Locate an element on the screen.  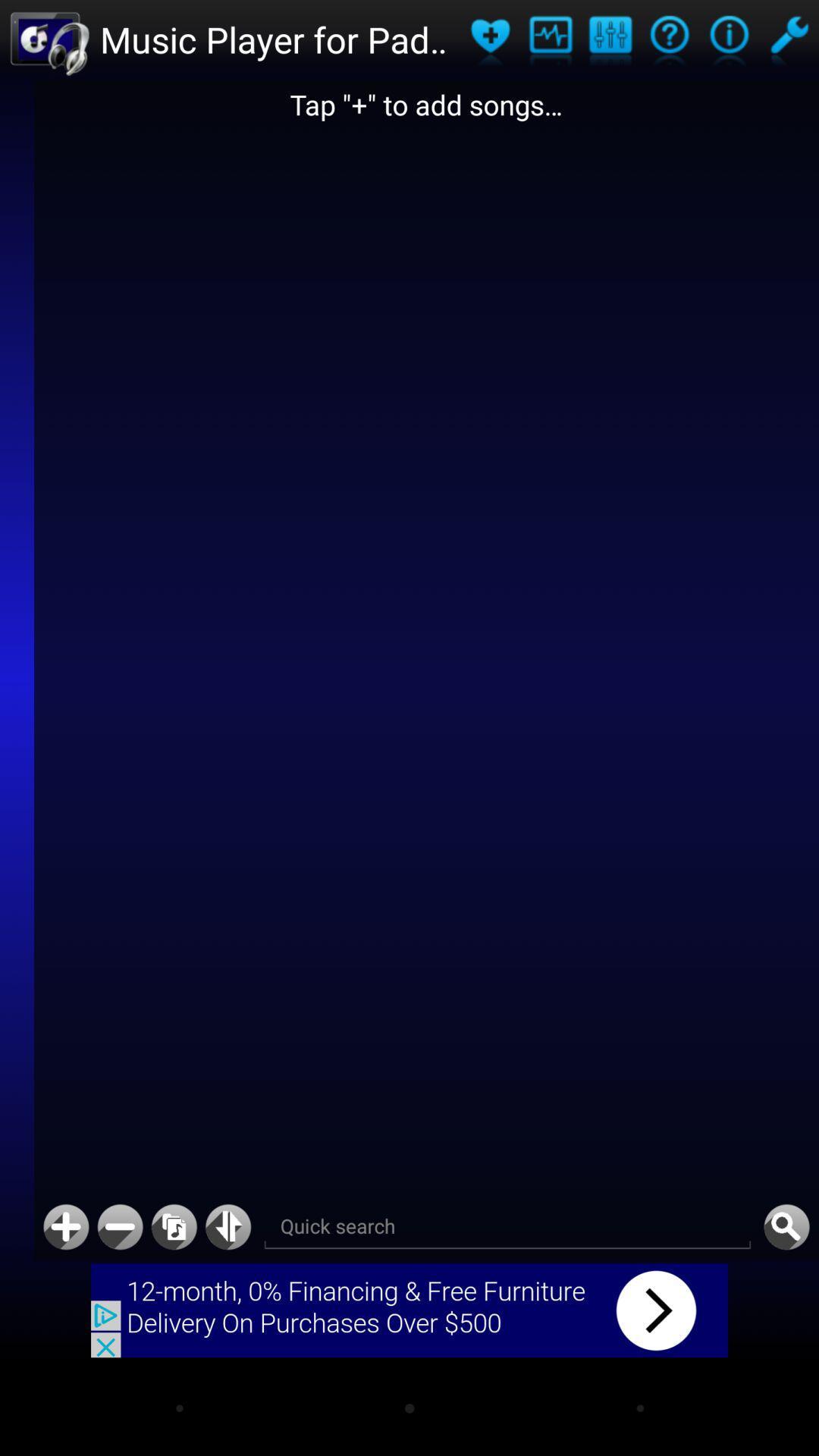
application settings is located at coordinates (609, 39).